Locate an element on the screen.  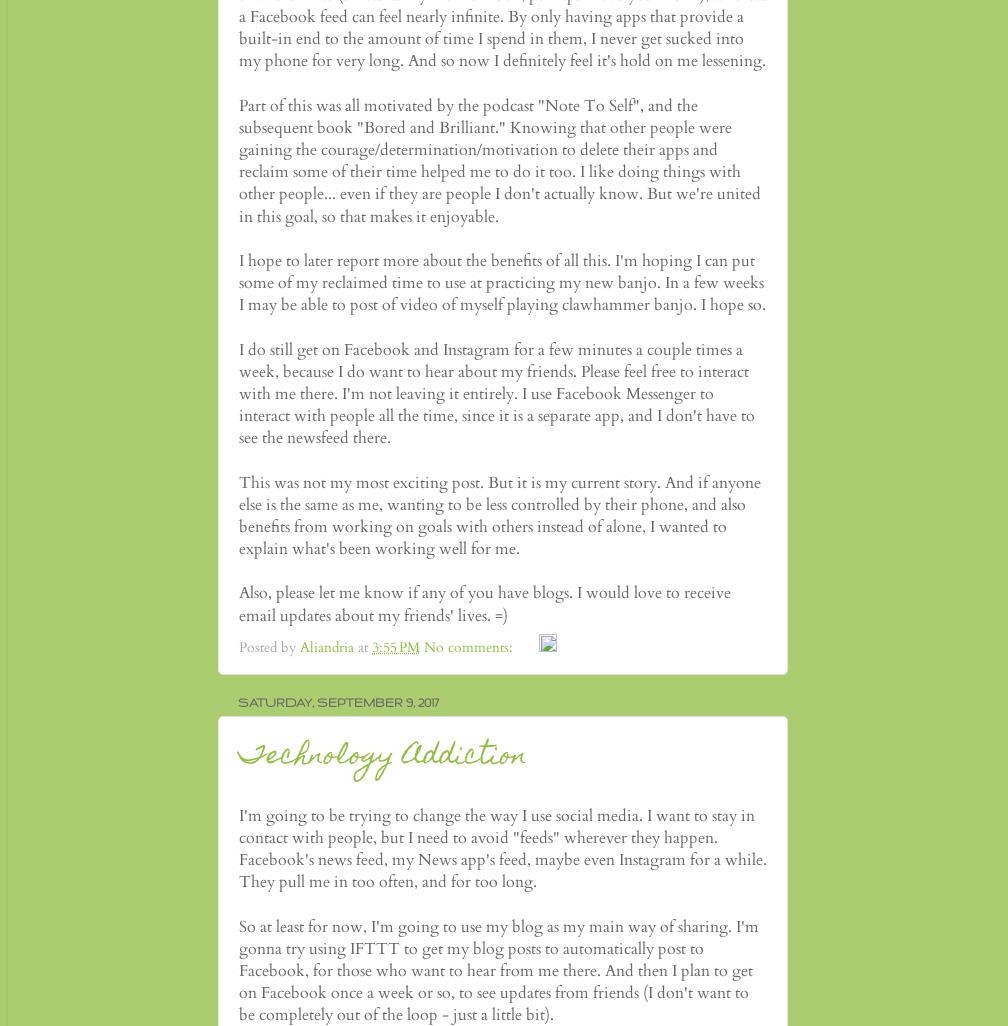
'Aliandria' is located at coordinates (326, 647).